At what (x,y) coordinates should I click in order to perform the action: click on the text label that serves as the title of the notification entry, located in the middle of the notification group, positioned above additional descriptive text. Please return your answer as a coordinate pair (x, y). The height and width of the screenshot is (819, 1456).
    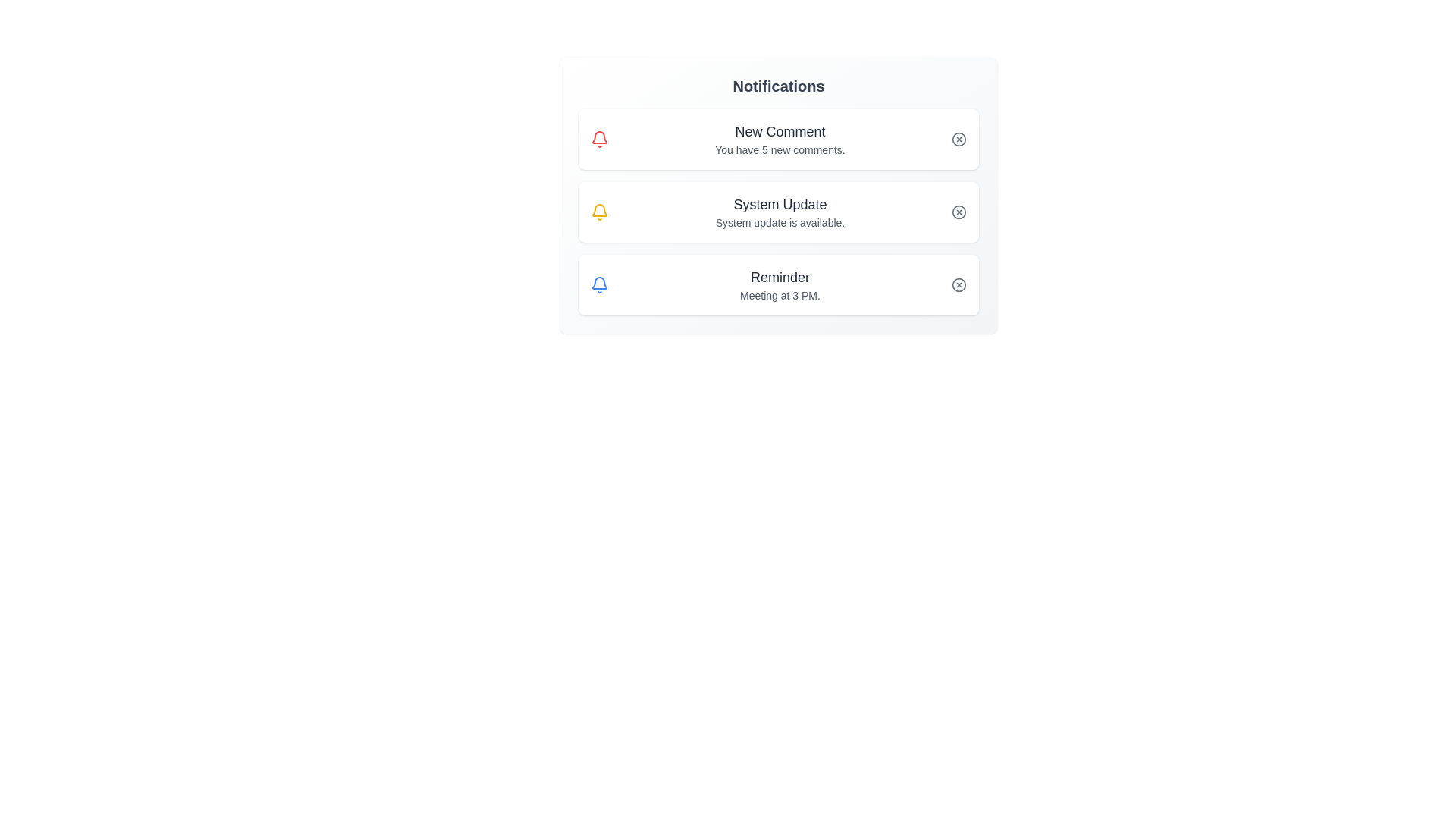
    Looking at the image, I should click on (780, 205).